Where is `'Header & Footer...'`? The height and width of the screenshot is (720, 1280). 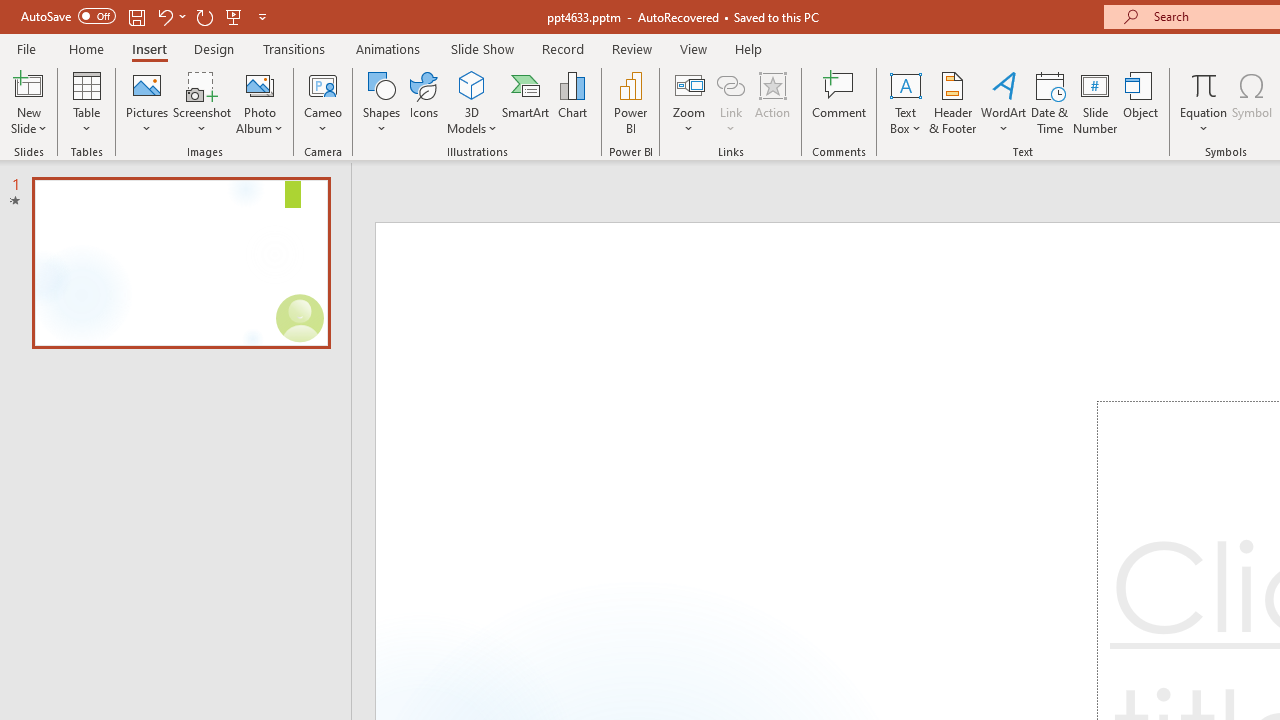
'Header & Footer...' is located at coordinates (951, 103).